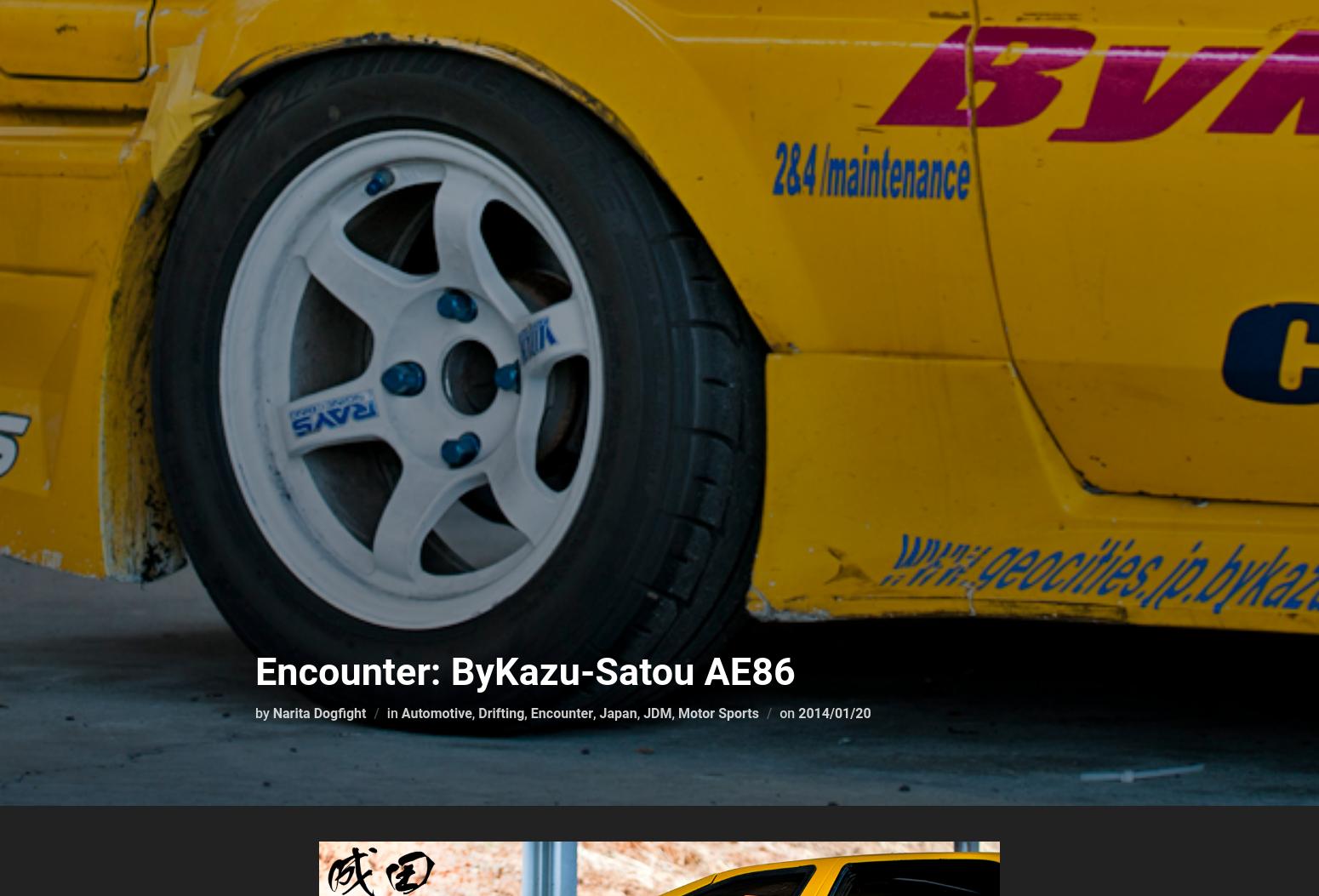  Describe the element at coordinates (642, 712) in the screenshot. I see `'JDM'` at that location.